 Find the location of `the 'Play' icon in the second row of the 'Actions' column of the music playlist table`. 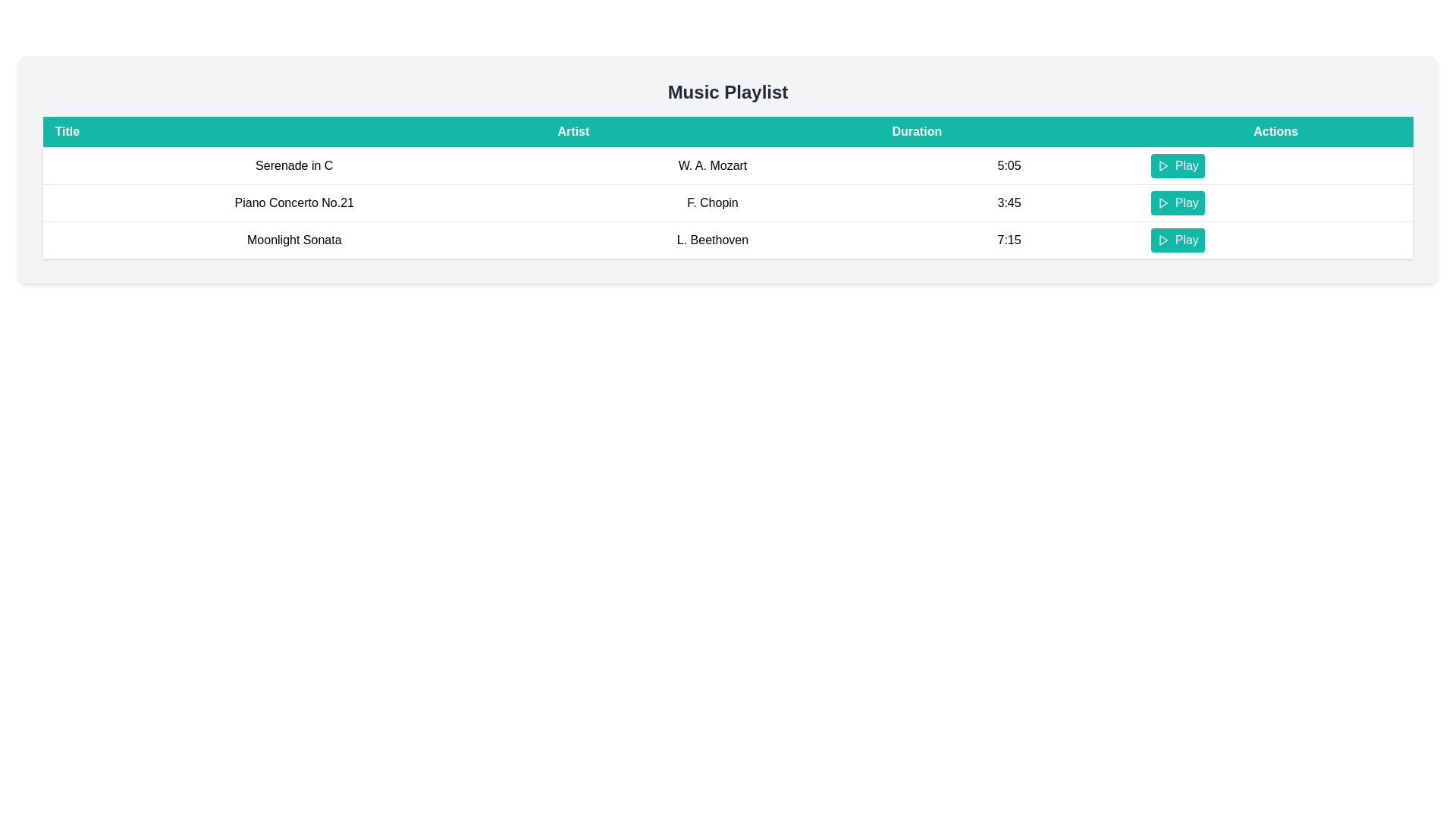

the 'Play' icon in the second row of the 'Actions' column of the music playlist table is located at coordinates (1162, 202).